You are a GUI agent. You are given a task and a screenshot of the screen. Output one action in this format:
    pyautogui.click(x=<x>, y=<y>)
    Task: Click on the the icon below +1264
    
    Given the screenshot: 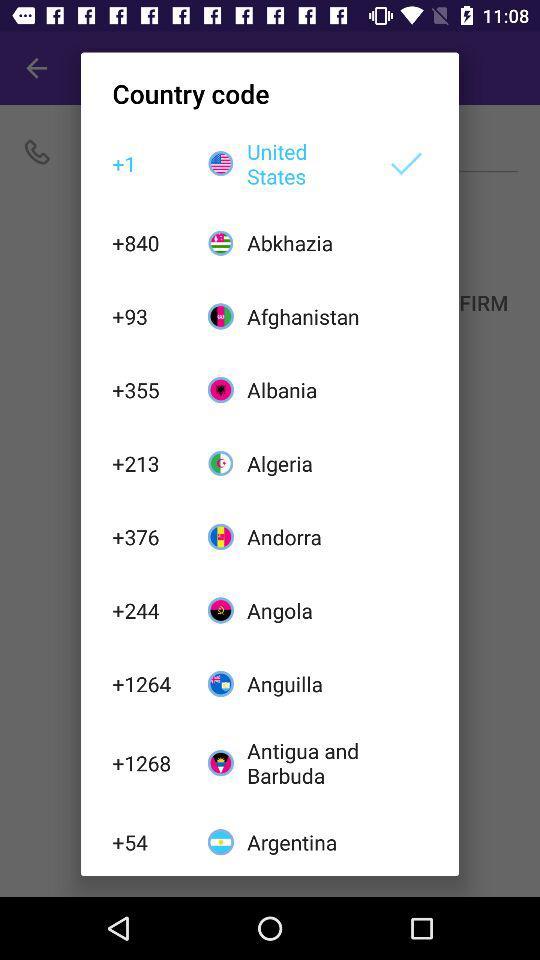 What is the action you would take?
    pyautogui.click(x=148, y=762)
    